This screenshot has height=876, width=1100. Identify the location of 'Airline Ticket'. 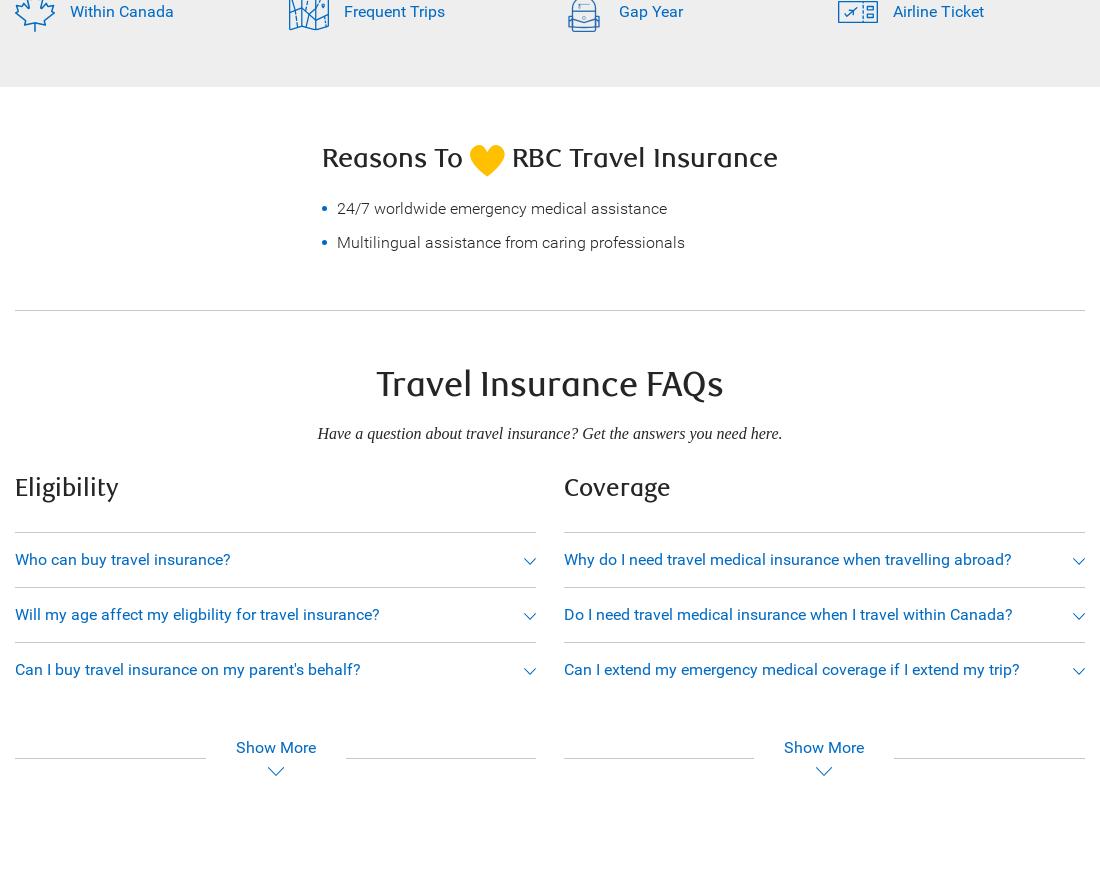
(890, 10).